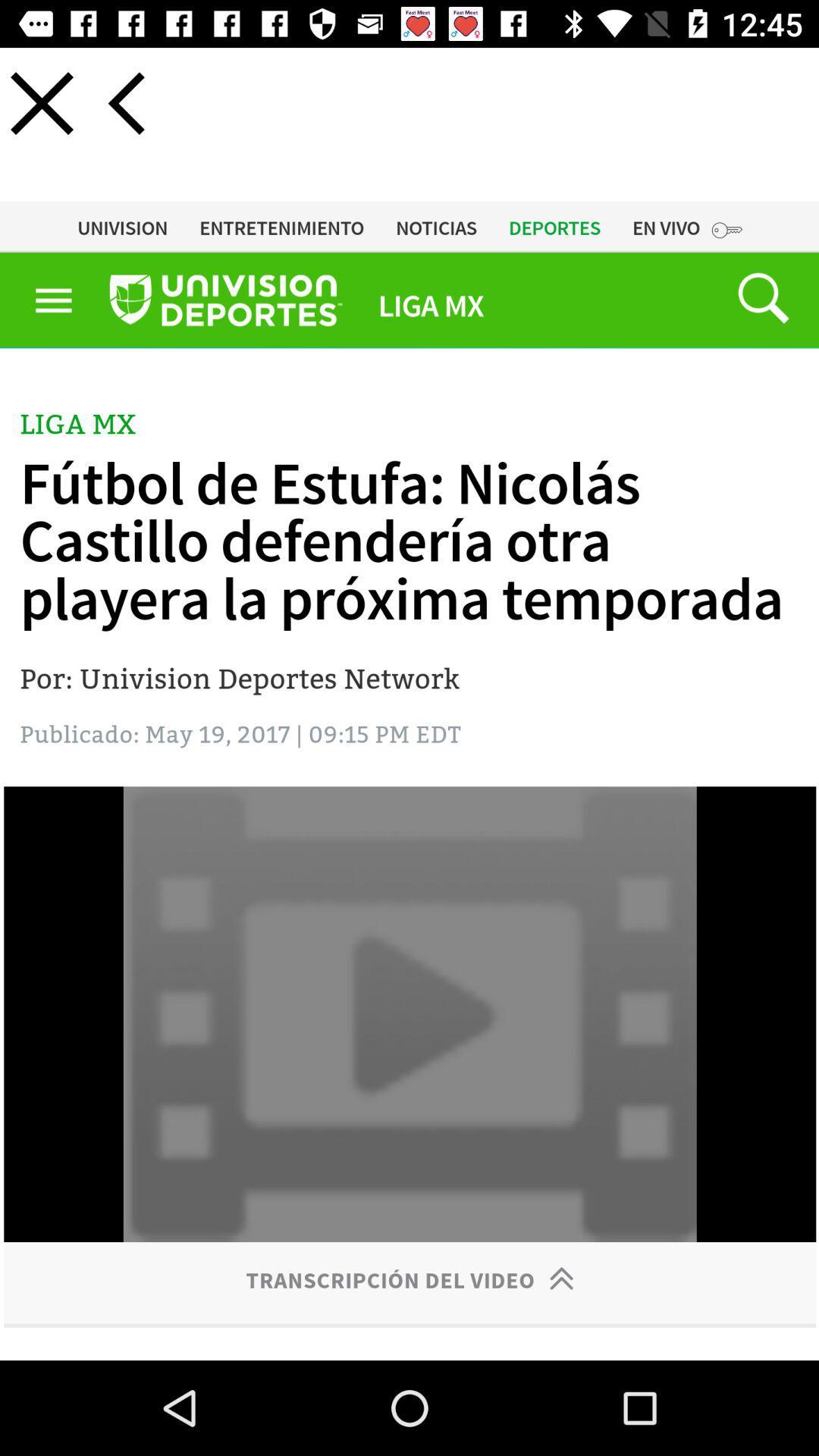 Image resolution: width=819 pixels, height=1456 pixels. What do you see at coordinates (125, 102) in the screenshot?
I see `the arrow_backward icon` at bounding box center [125, 102].